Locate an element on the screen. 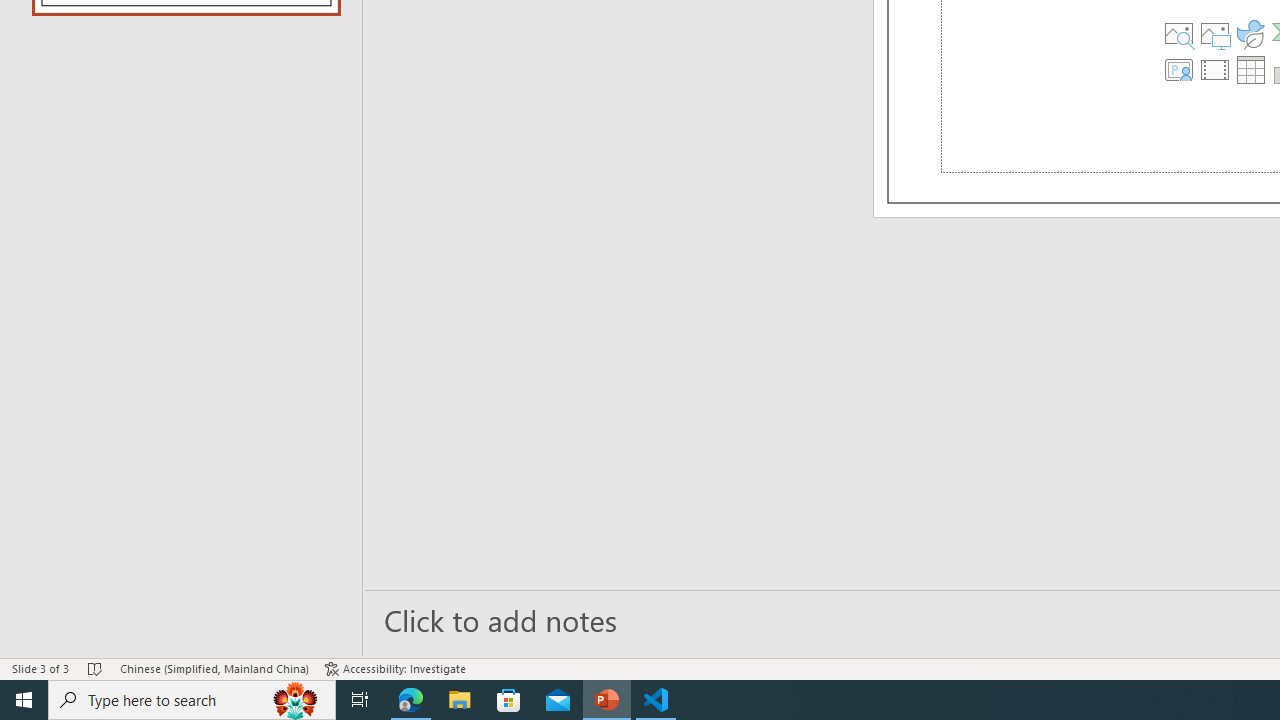 Image resolution: width=1280 pixels, height=720 pixels. 'Insert Video' is located at coordinates (1213, 68).